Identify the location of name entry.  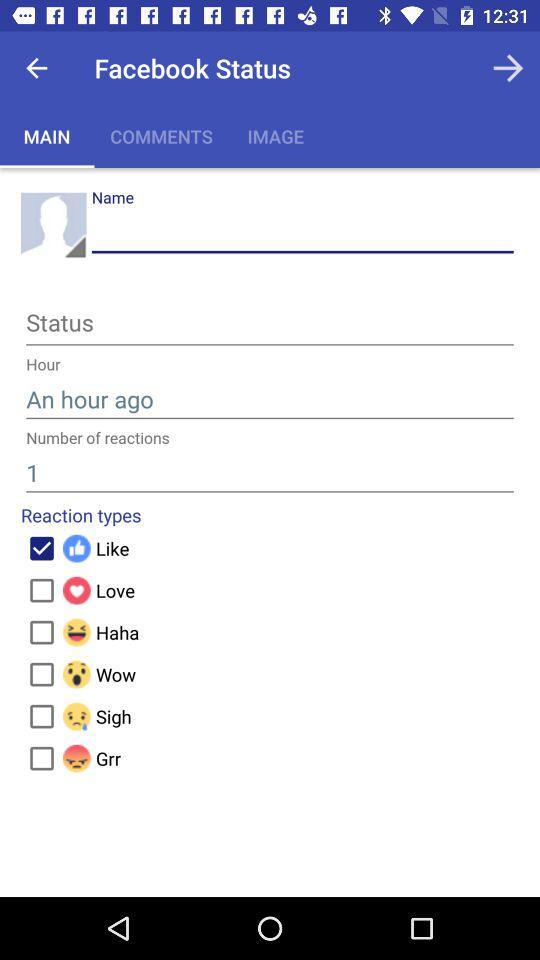
(301, 232).